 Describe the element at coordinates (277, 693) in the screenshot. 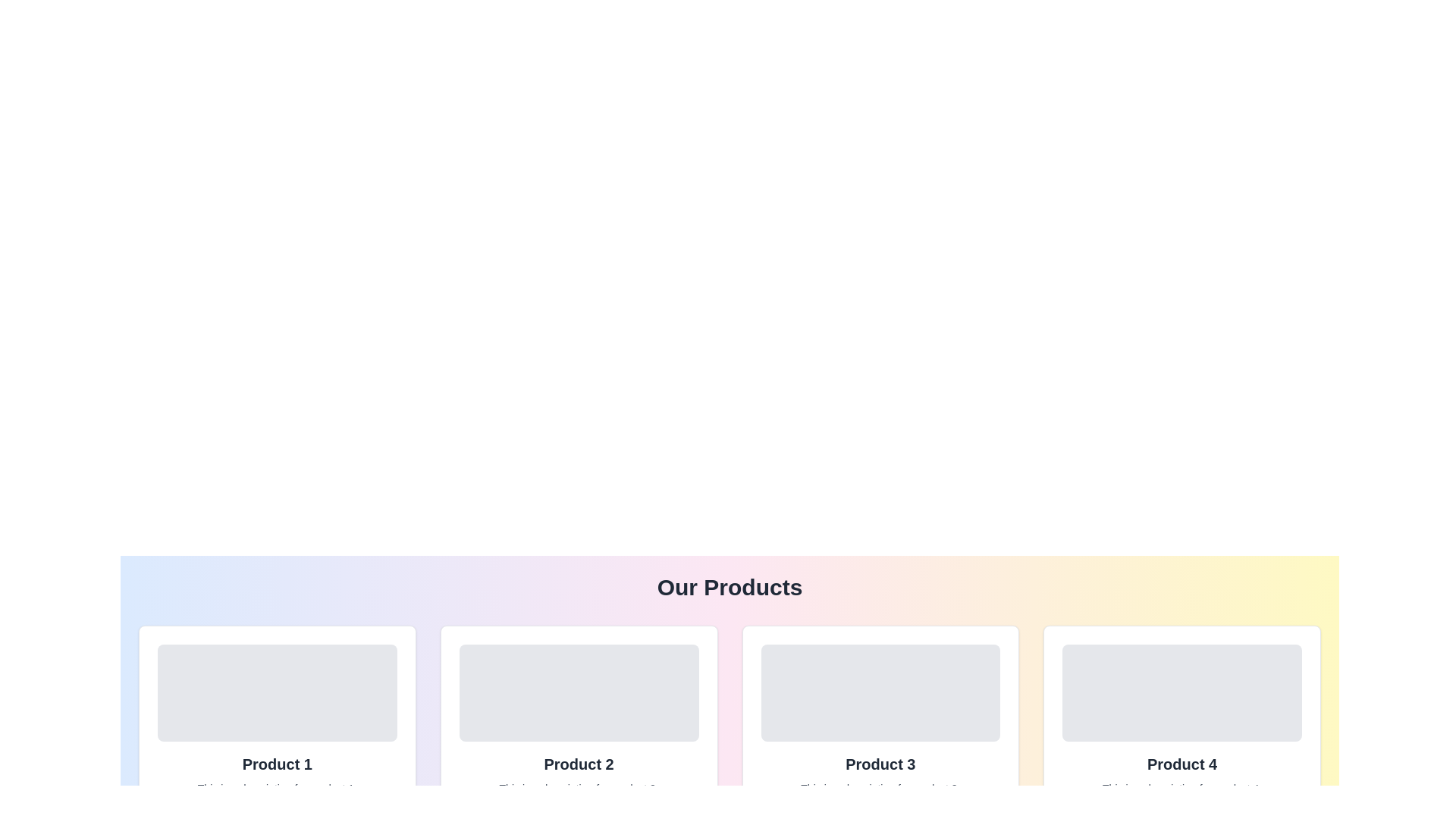

I see `the rounded gray rectangle Image Placeholder located at the top of the product card for 'Product 1', which is positioned directly above the product name and description` at that location.